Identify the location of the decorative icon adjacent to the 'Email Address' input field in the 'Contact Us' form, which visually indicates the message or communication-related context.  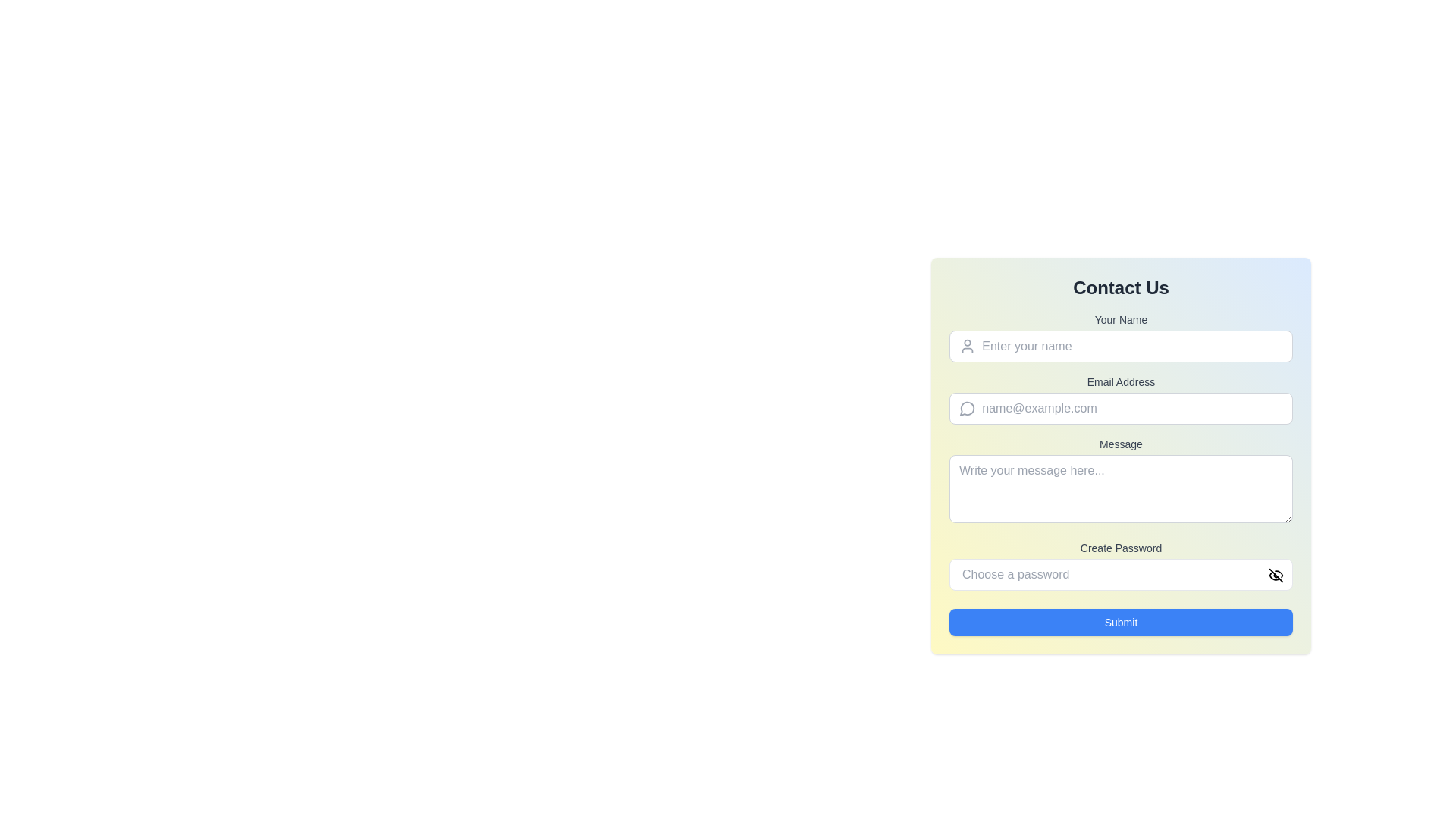
(966, 408).